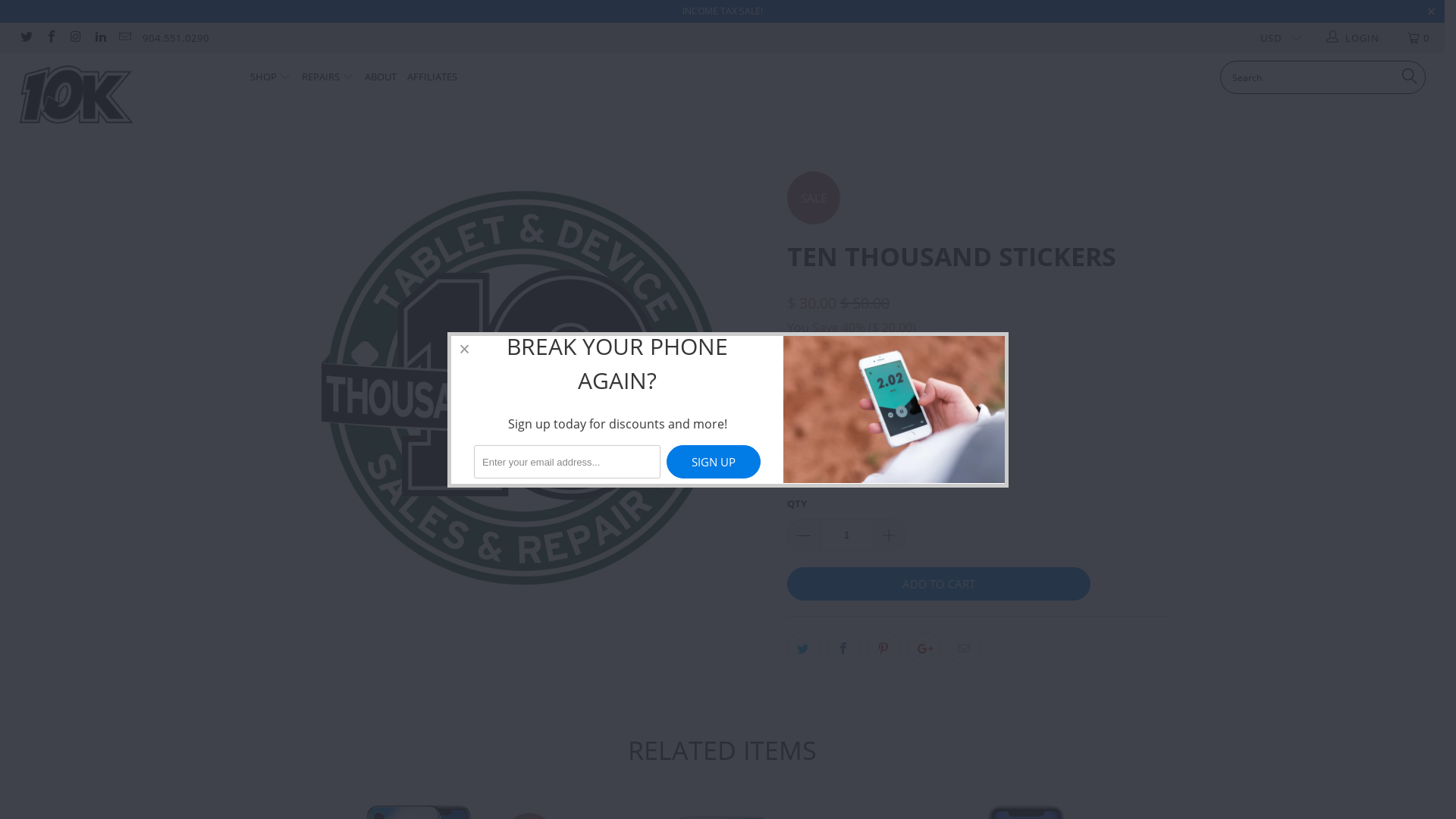 The image size is (1456, 819). I want to click on 'Email this to a friend', so click(964, 648).